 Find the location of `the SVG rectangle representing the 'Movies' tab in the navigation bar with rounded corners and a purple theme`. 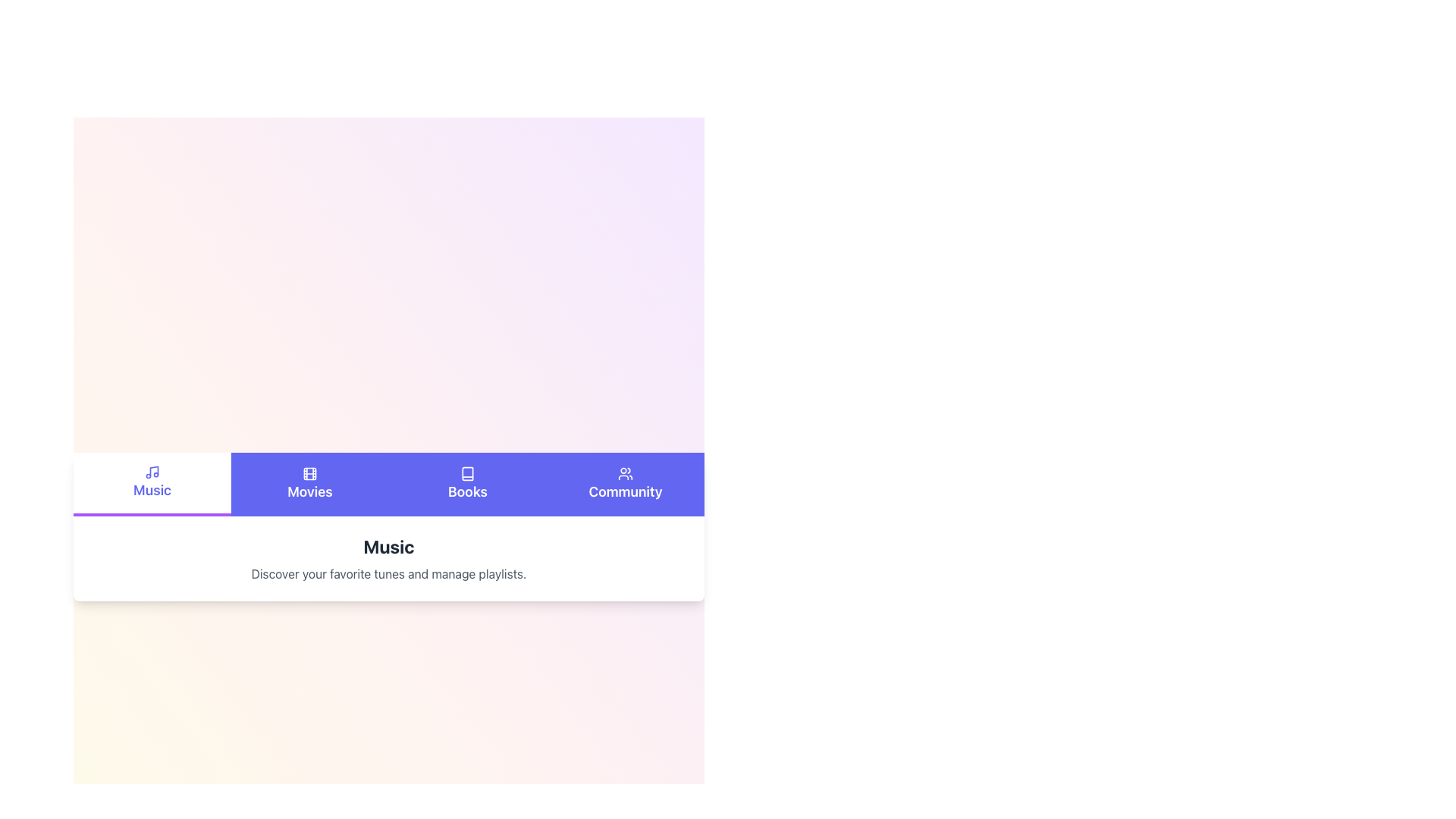

the SVG rectangle representing the 'Movies' tab in the navigation bar with rounded corners and a purple theme is located at coordinates (309, 472).